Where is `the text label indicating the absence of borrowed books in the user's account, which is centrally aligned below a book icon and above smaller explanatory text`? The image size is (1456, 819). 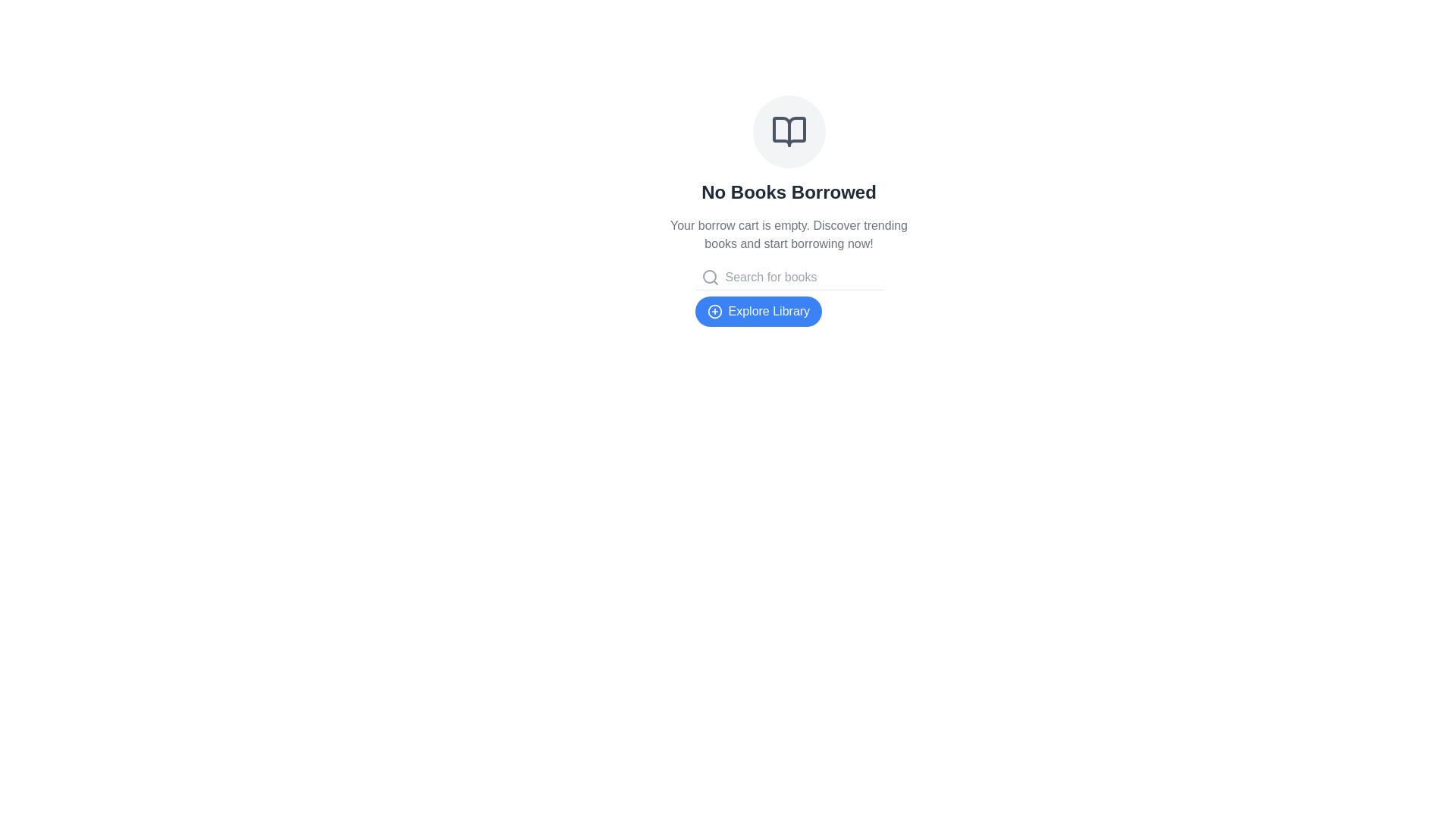
the text label indicating the absence of borrowed books in the user's account, which is centrally aligned below a book icon and above smaller explanatory text is located at coordinates (789, 192).